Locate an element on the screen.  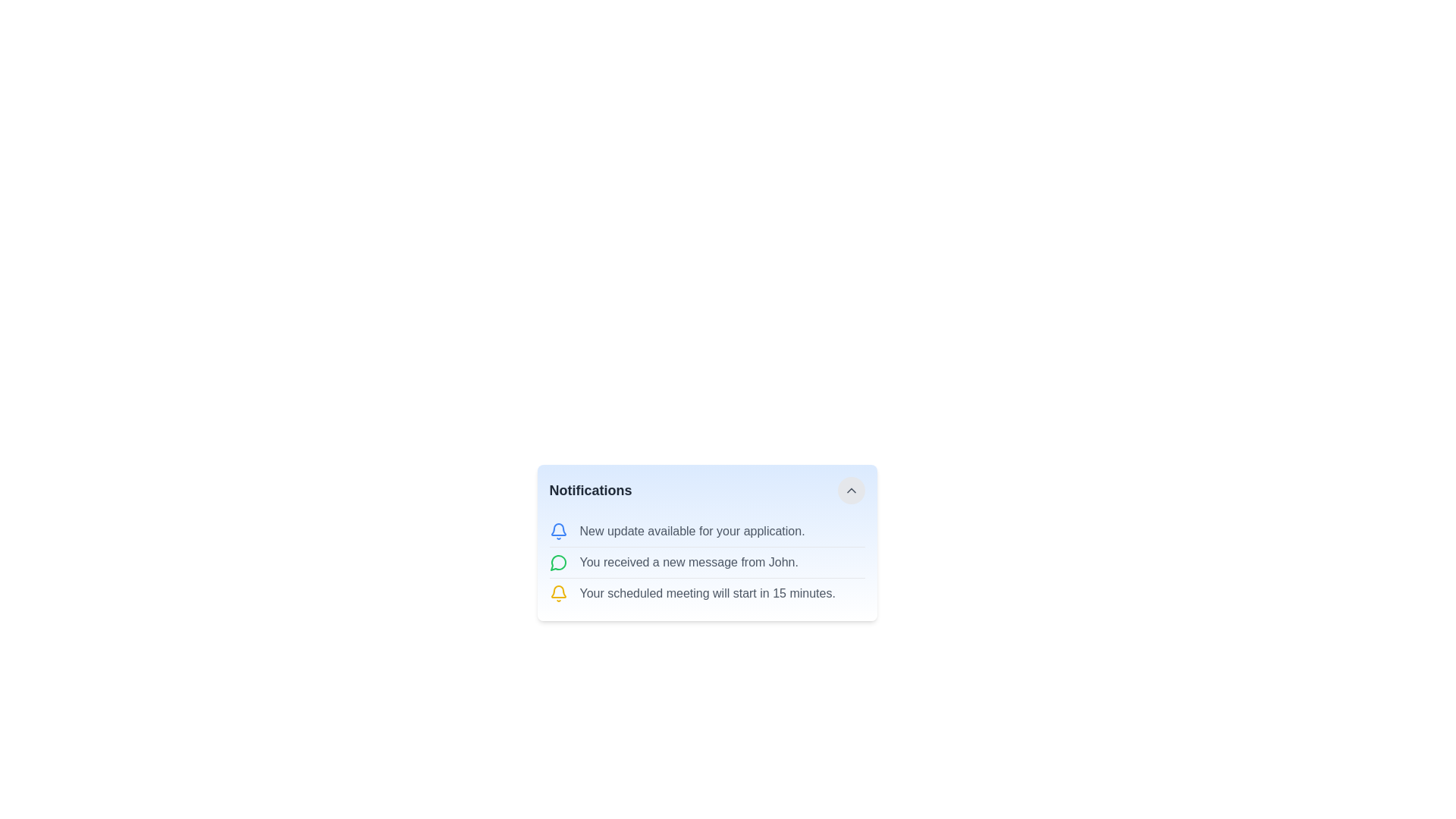
the interactive button located at the top-right corner of the notification card interface is located at coordinates (851, 491).